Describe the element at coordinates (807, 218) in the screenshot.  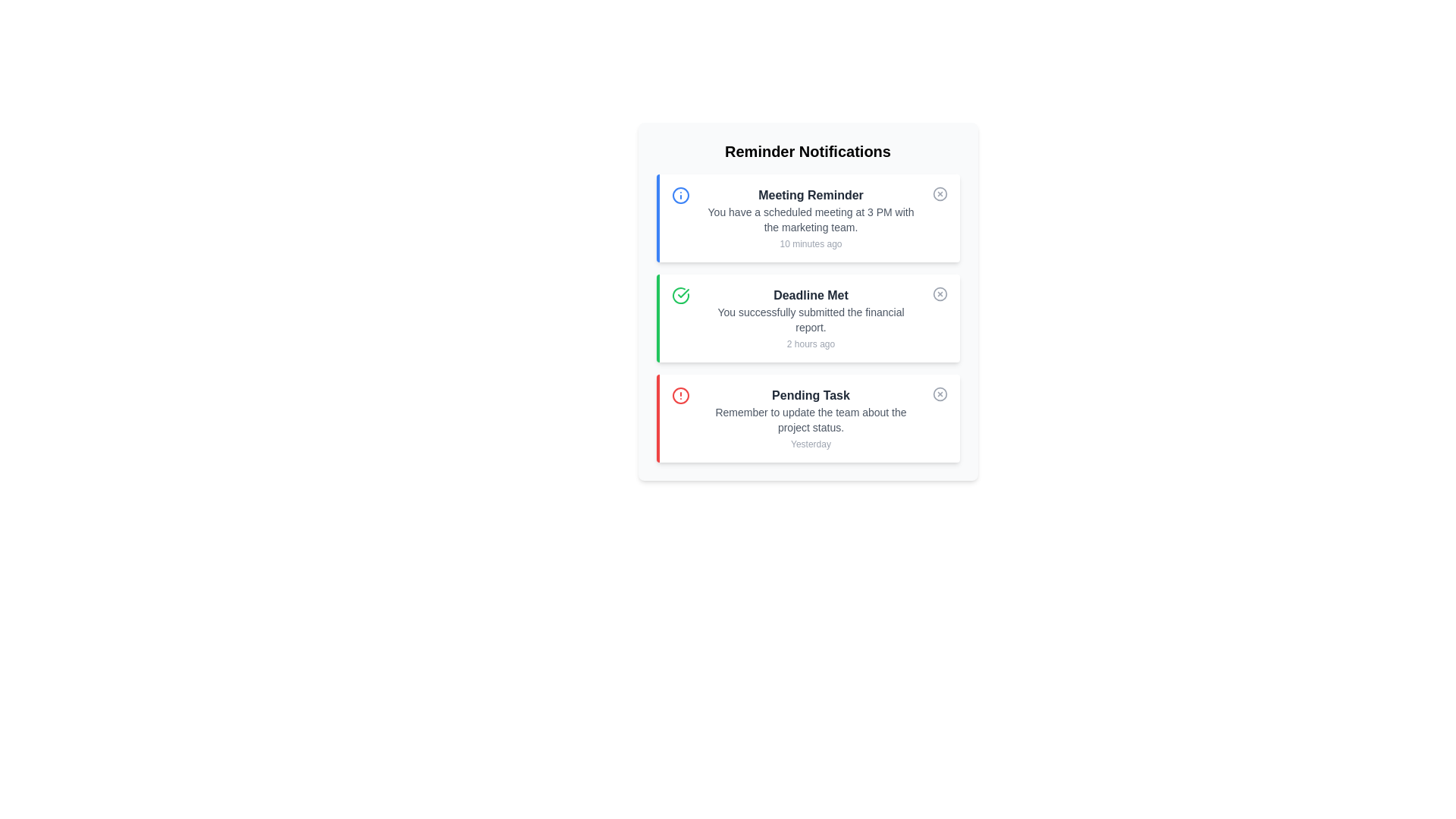
I see `the 'Meeting Reminder' notification card, which is the first item in the 'Reminder Notifications' list, by clicking on it` at that location.